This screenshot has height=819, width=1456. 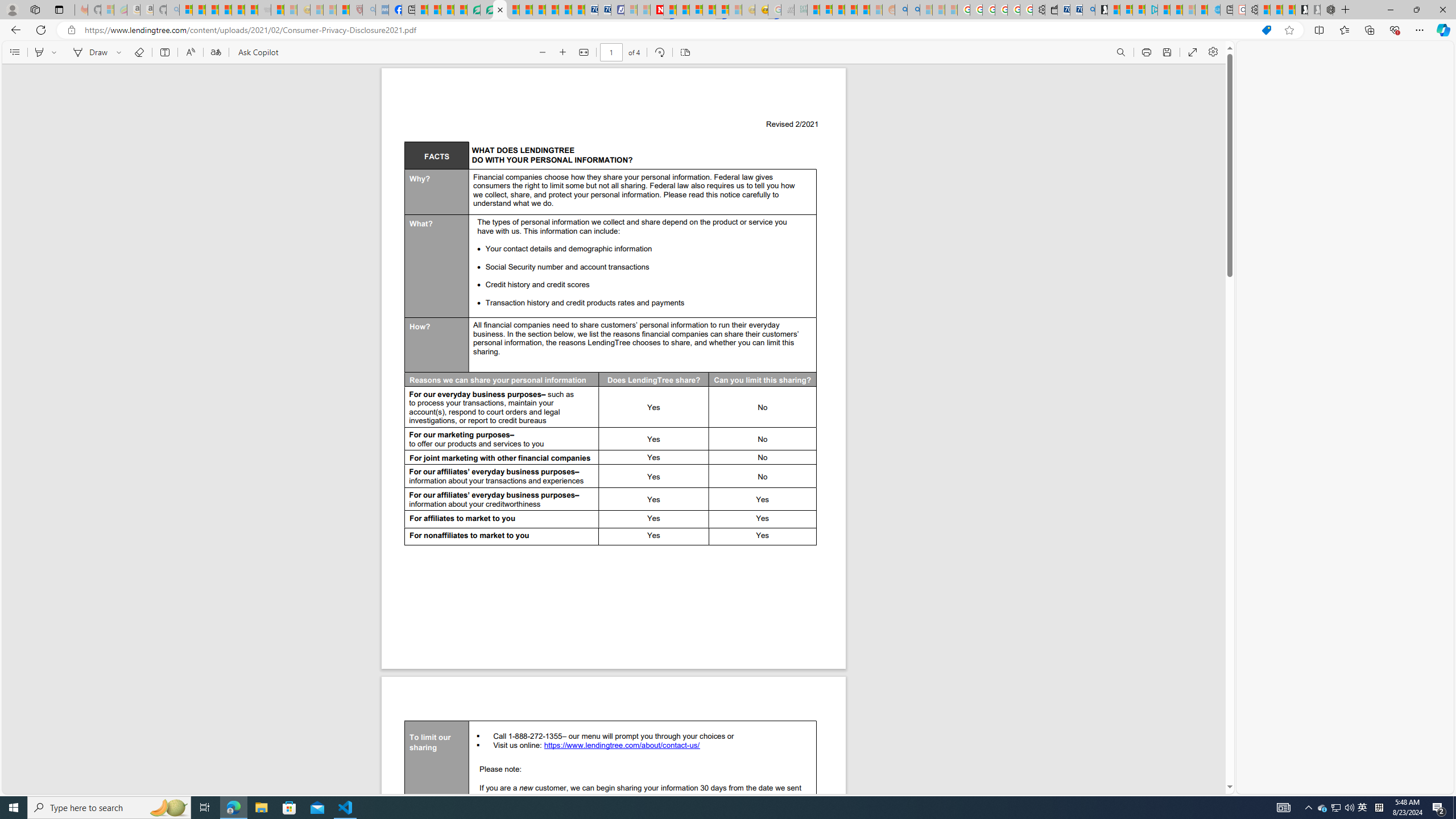 I want to click on 'Read aloud', so click(x=190, y=52).